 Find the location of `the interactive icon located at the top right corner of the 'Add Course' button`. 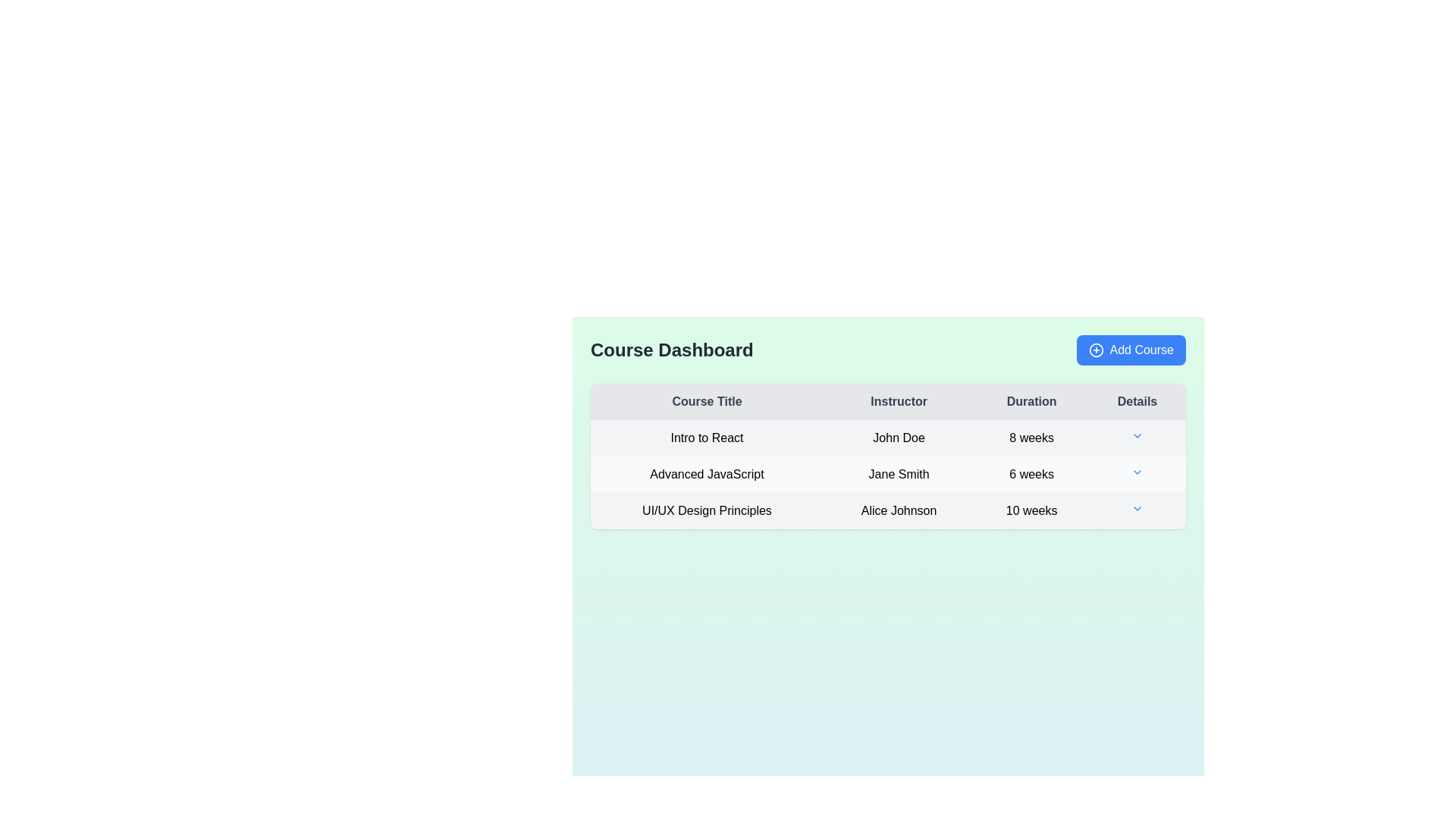

the interactive icon located at the top right corner of the 'Add Course' button is located at coordinates (1096, 350).